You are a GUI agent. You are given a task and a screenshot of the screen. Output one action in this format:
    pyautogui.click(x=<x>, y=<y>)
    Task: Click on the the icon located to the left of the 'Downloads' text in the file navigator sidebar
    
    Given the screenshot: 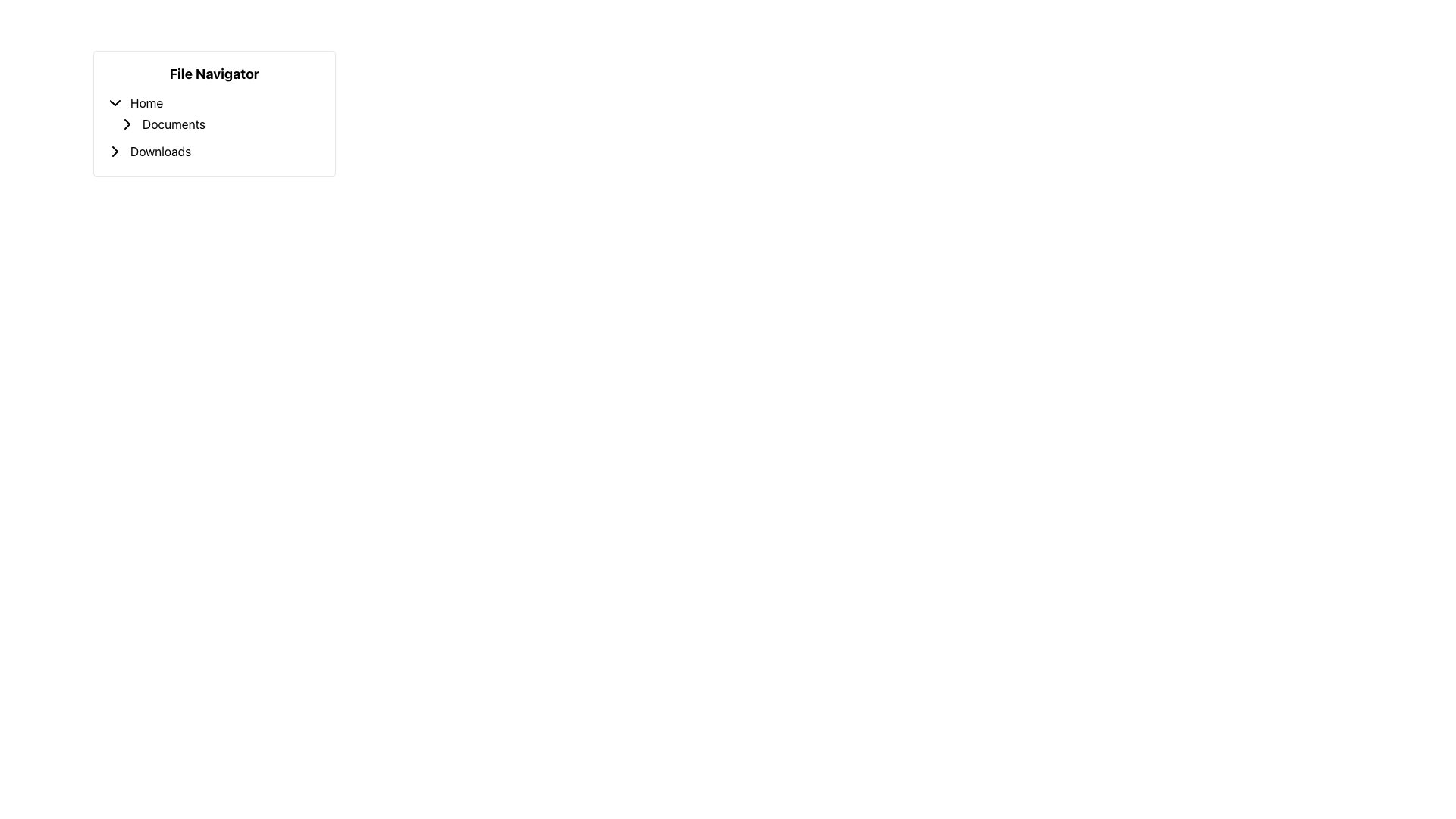 What is the action you would take?
    pyautogui.click(x=115, y=152)
    